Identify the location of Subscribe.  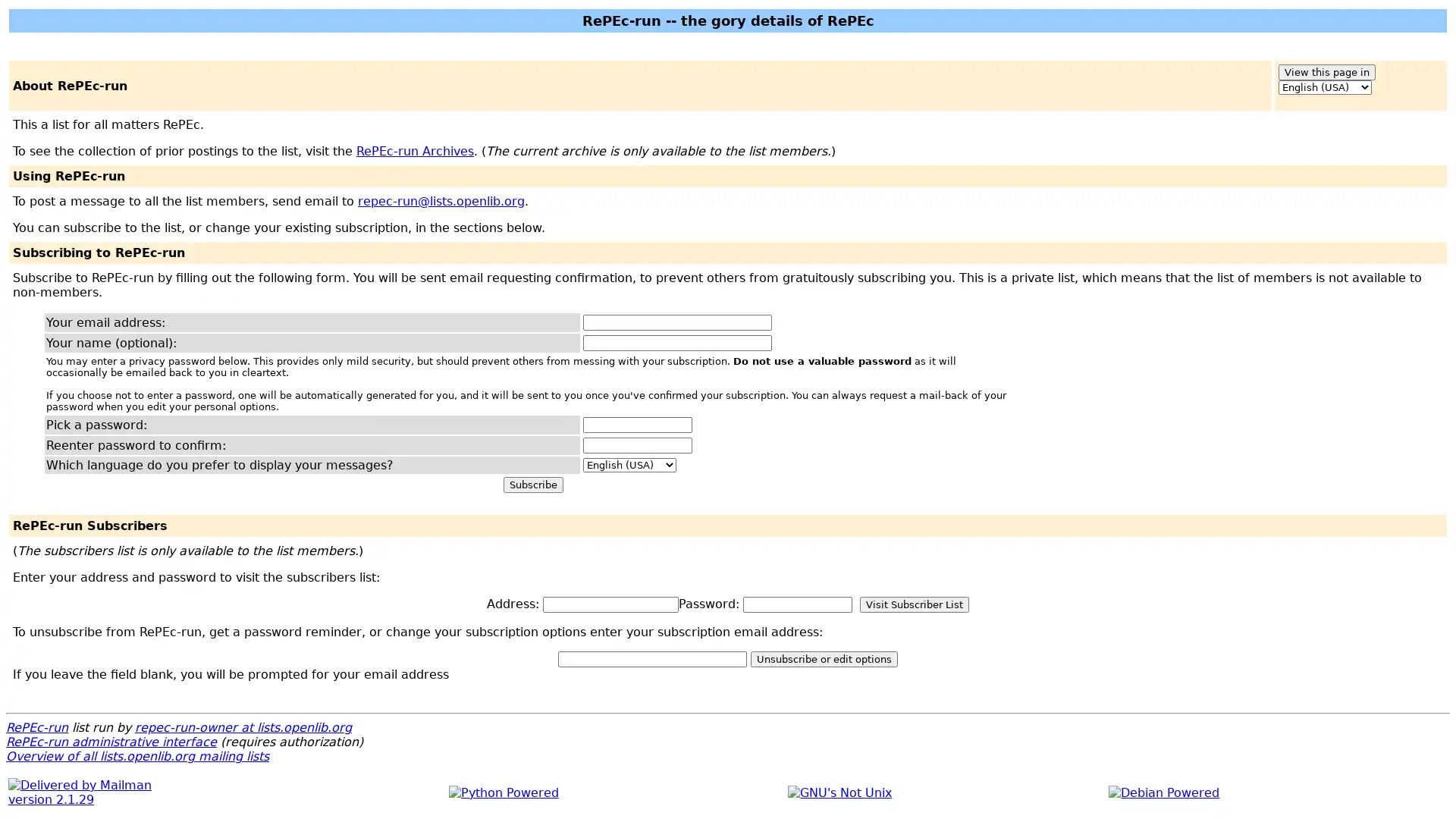
(532, 485).